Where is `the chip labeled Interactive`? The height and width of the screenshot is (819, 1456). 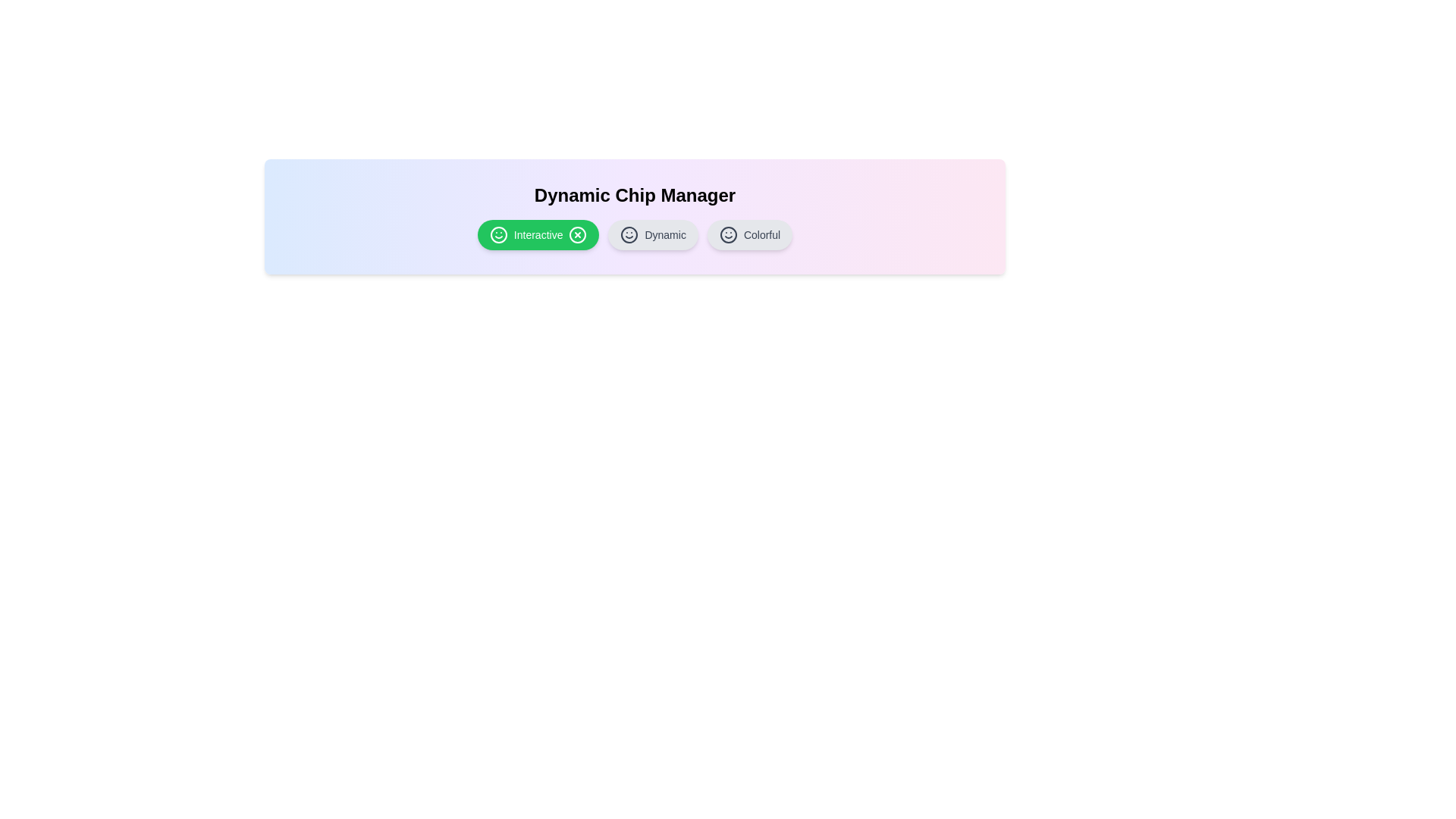 the chip labeled Interactive is located at coordinates (538, 234).